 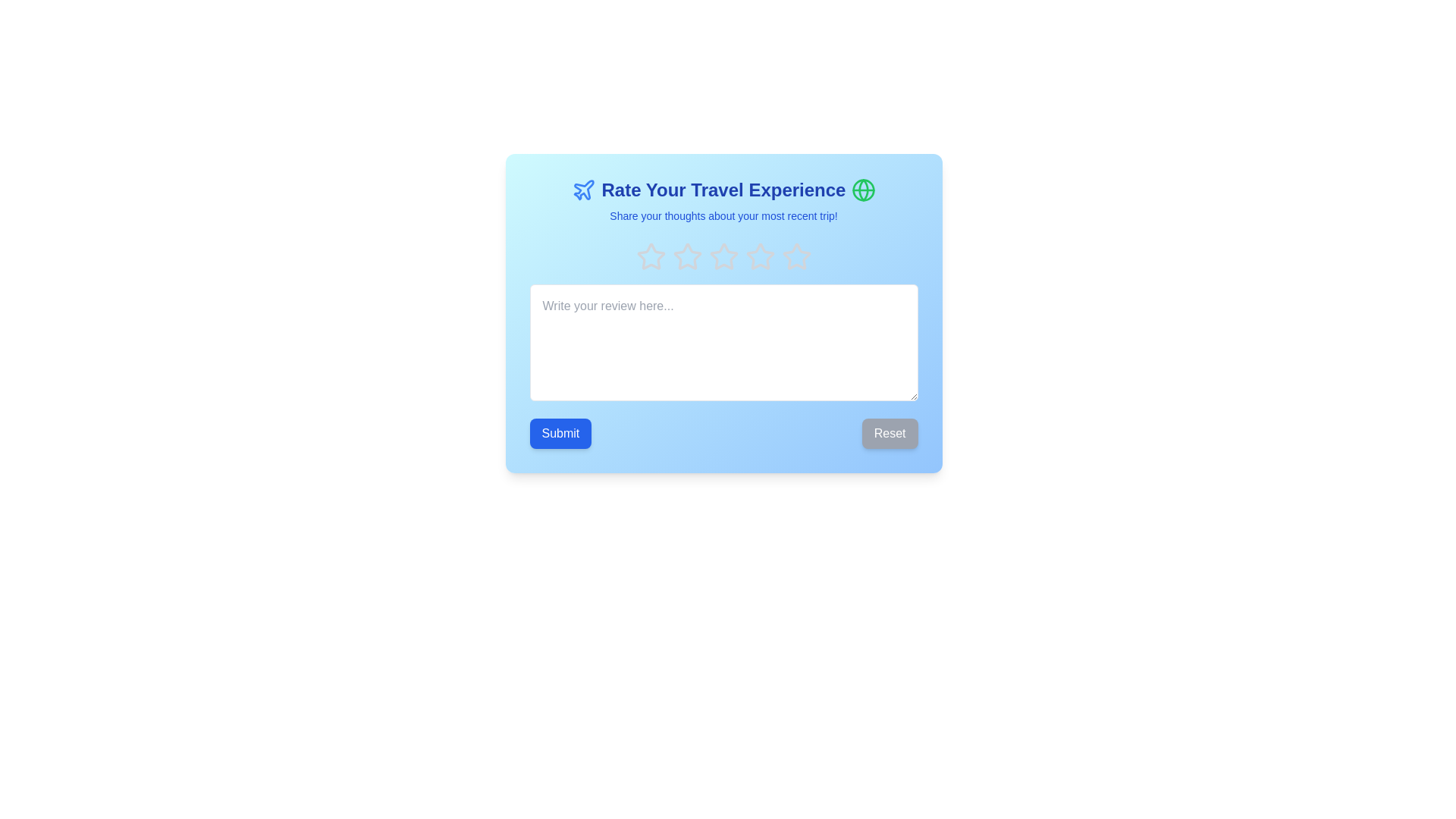 I want to click on the curved line of the globe symbol within the SVG graphic, located to the right of the 'Rate Your Travel Experience' heading, so click(x=864, y=189).